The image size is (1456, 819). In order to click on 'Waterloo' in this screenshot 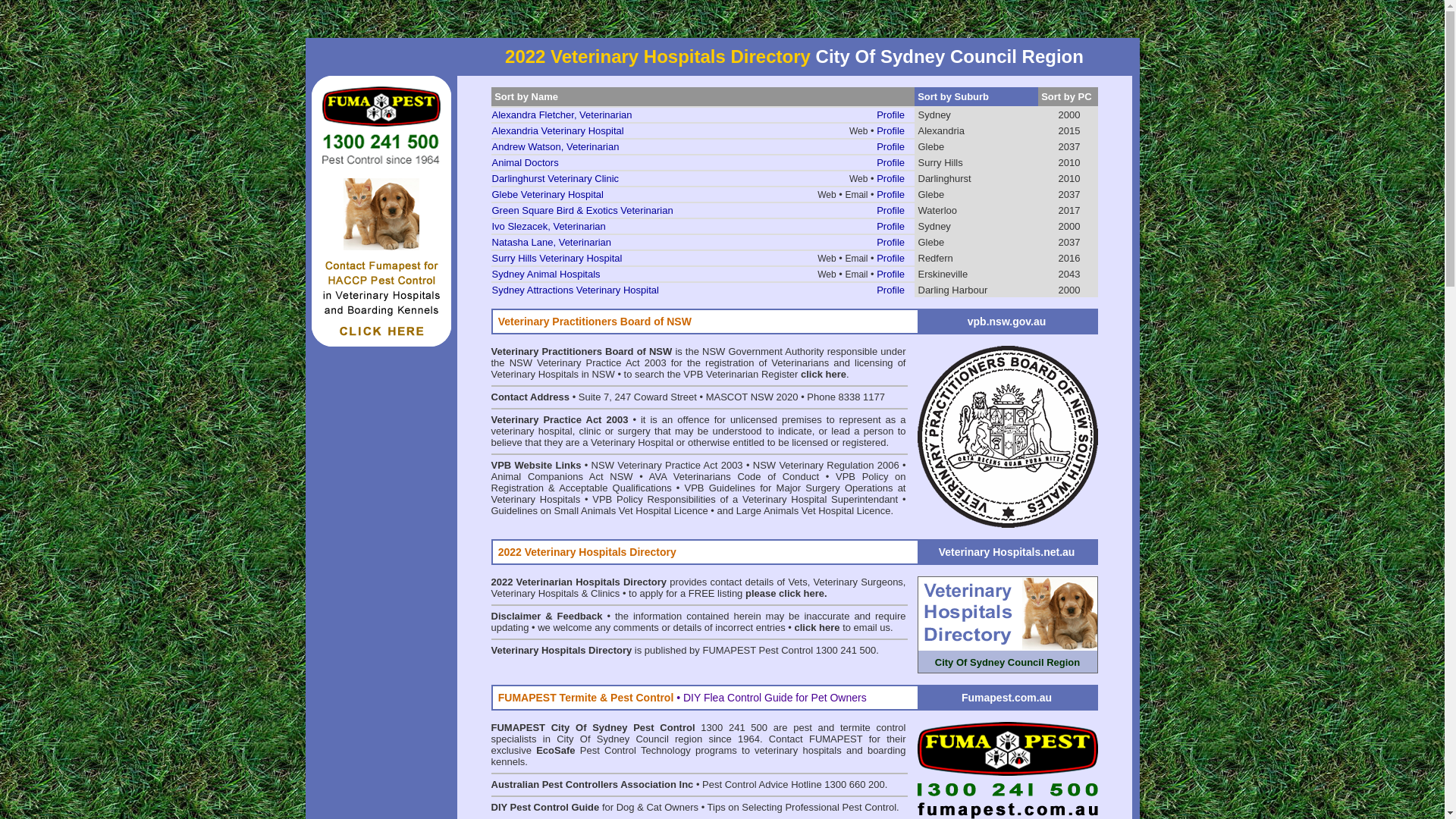, I will do `click(916, 210)`.